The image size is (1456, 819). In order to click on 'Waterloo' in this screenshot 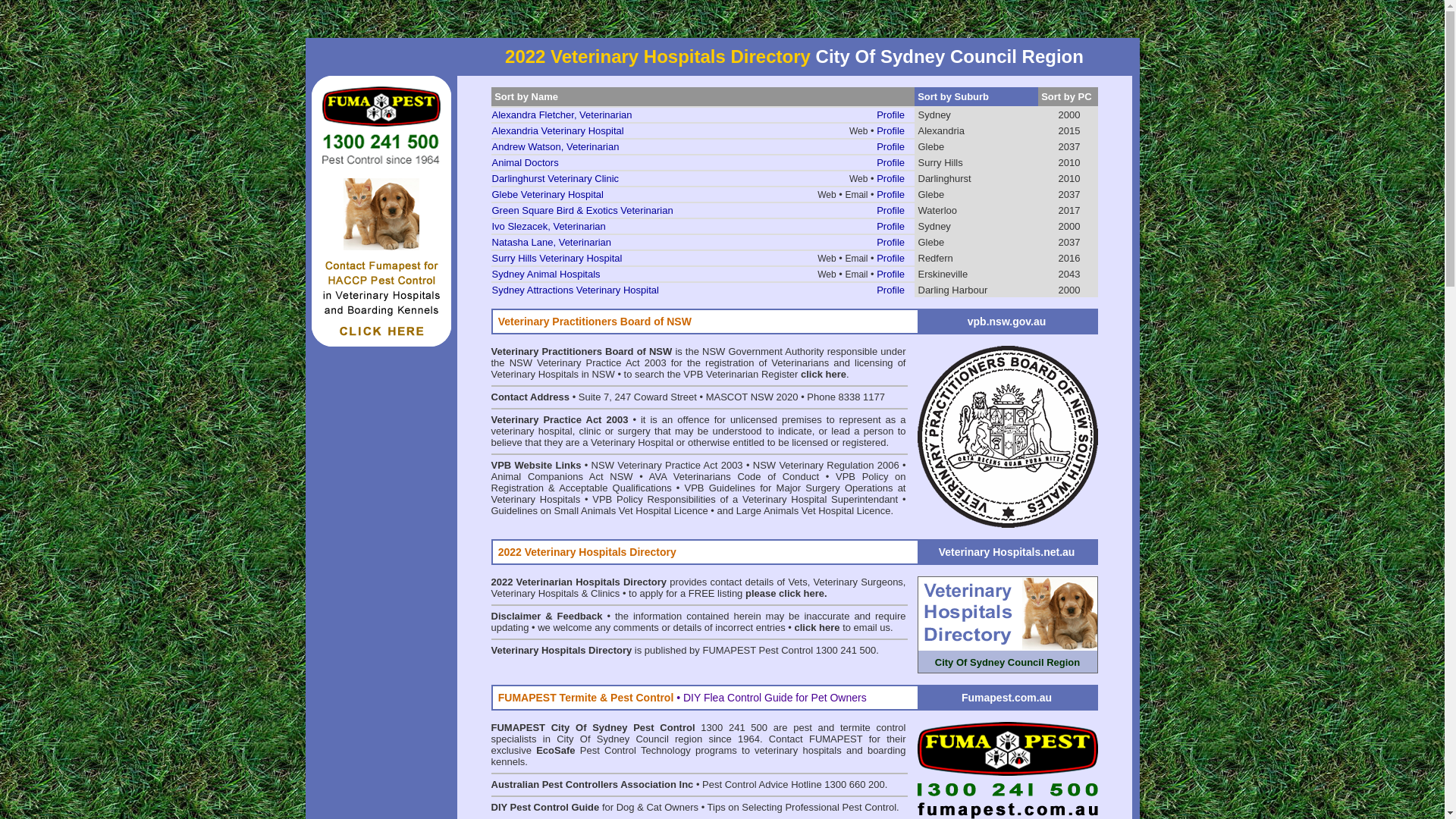, I will do `click(916, 210)`.